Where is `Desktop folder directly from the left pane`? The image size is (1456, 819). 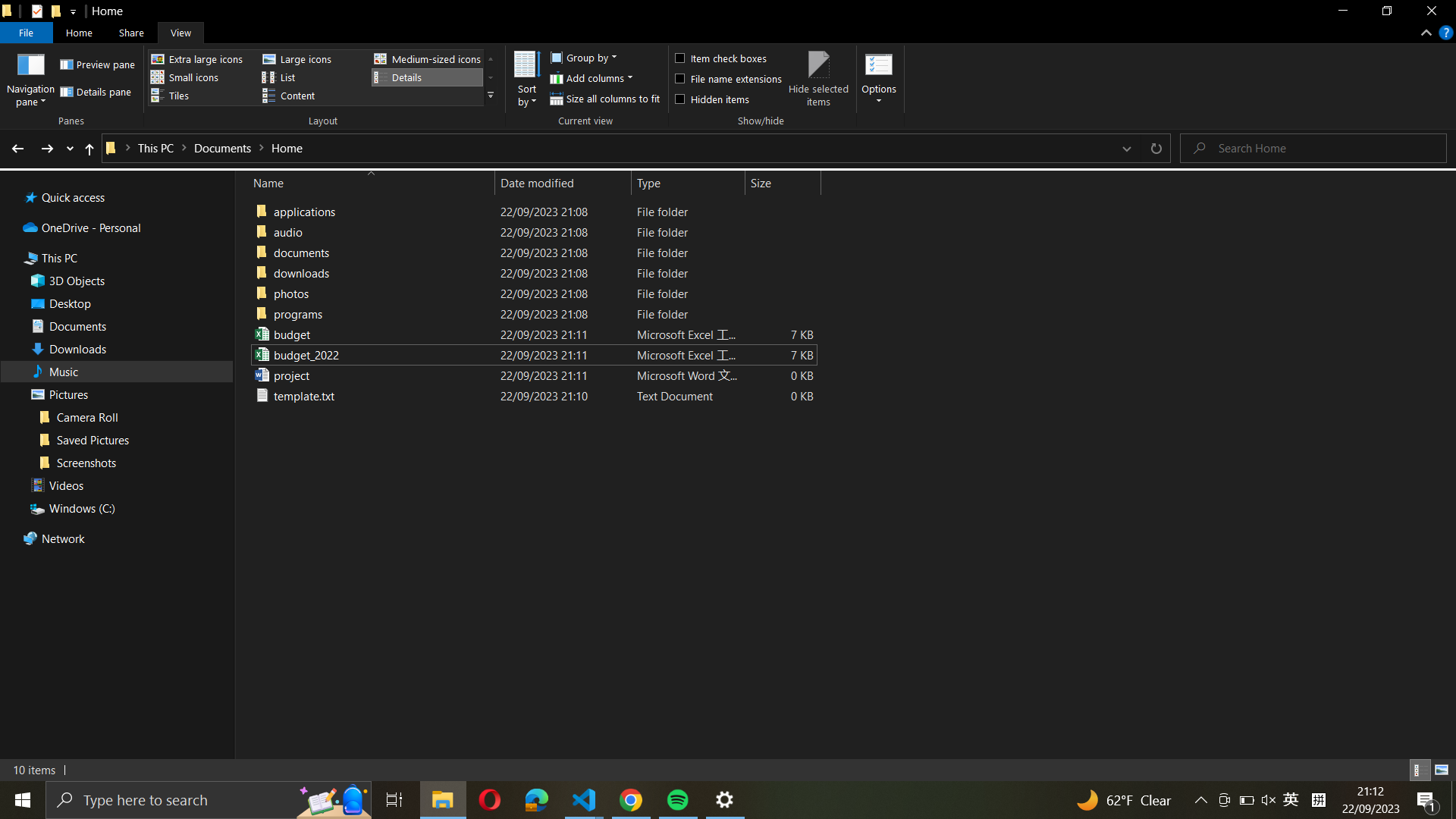 Desktop folder directly from the left pane is located at coordinates (118, 303).